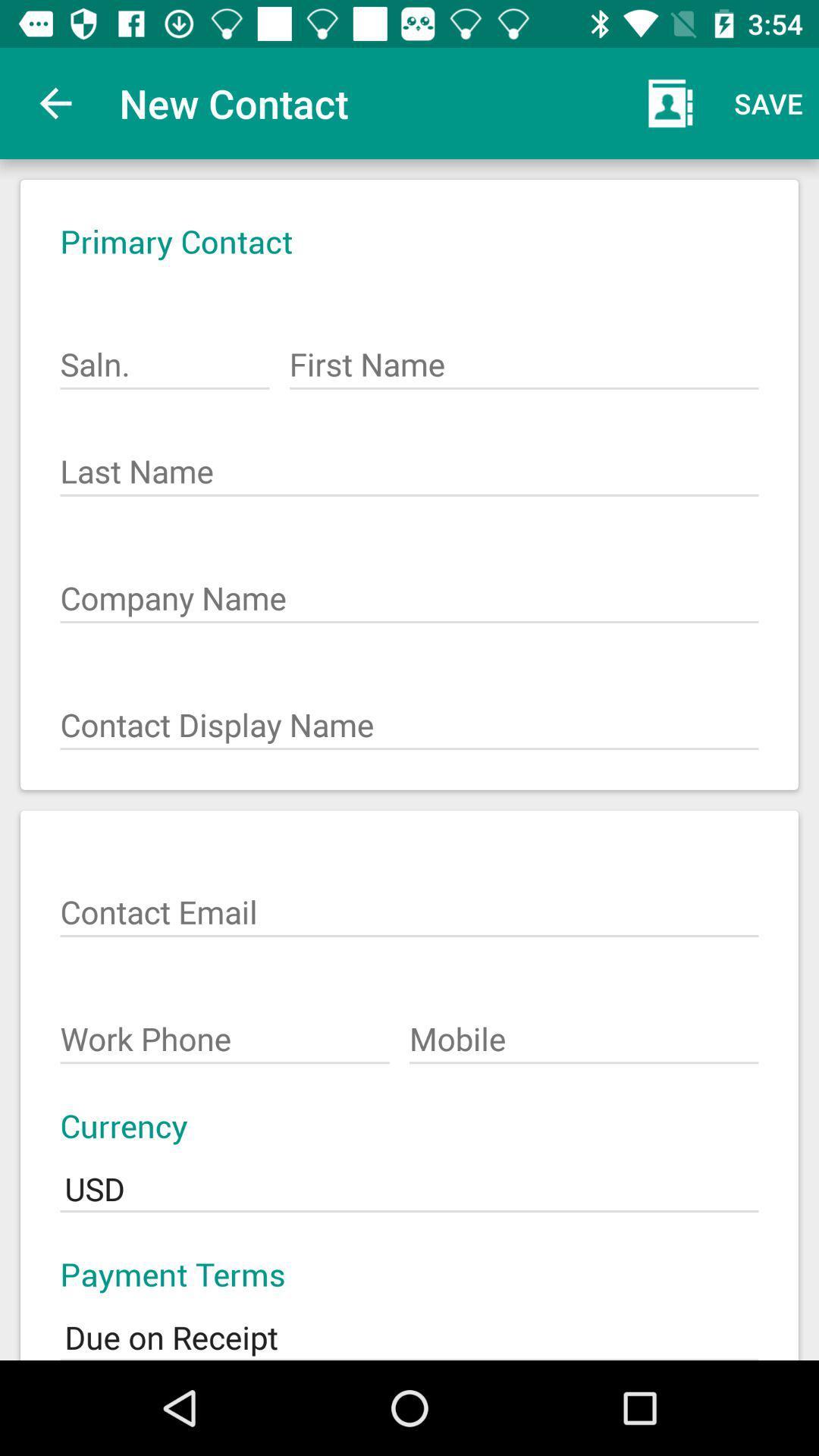 This screenshot has width=819, height=1456. I want to click on work phone, so click(225, 1031).